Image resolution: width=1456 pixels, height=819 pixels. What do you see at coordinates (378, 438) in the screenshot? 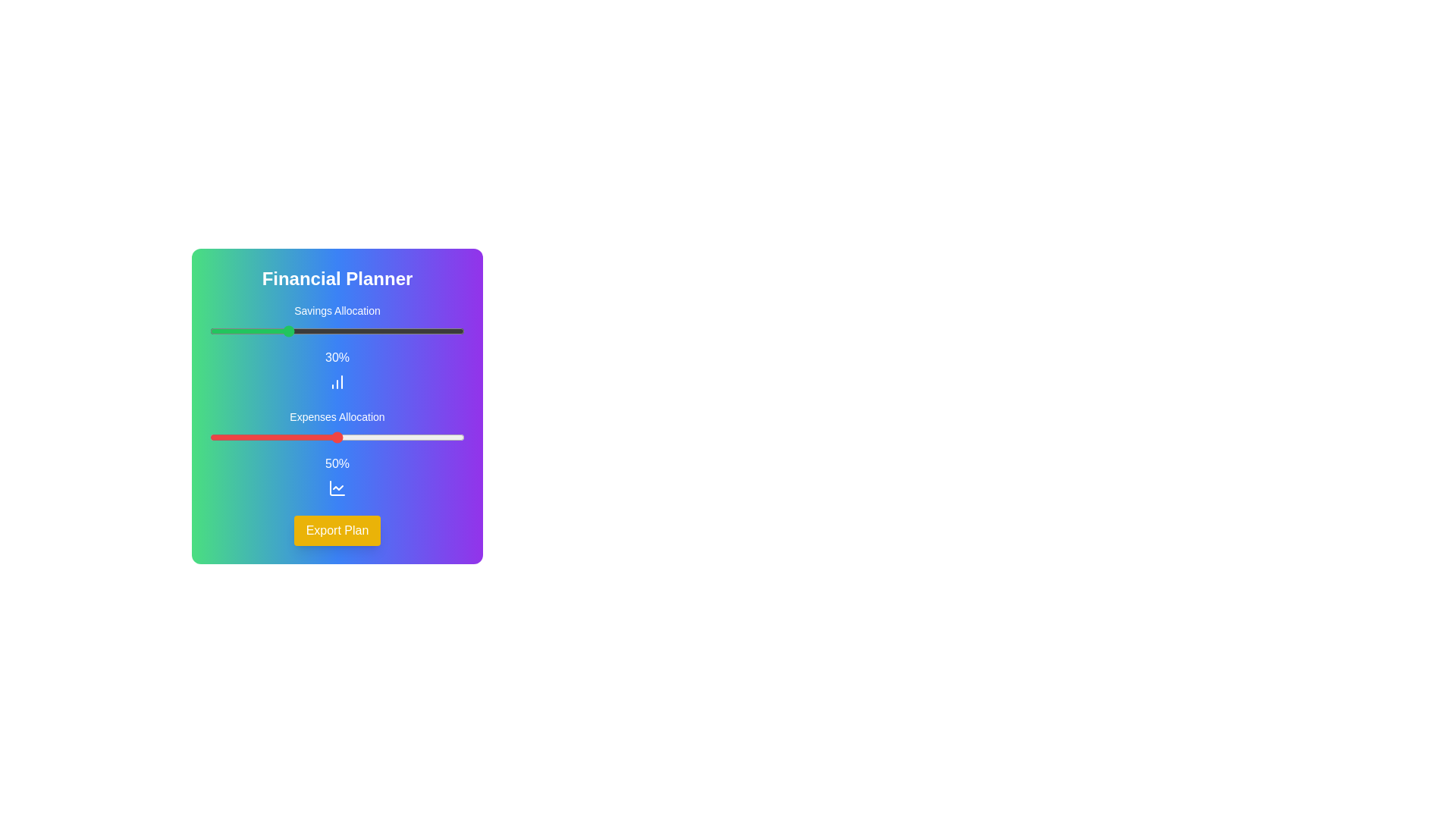
I see `the expenses allocation slider` at bounding box center [378, 438].